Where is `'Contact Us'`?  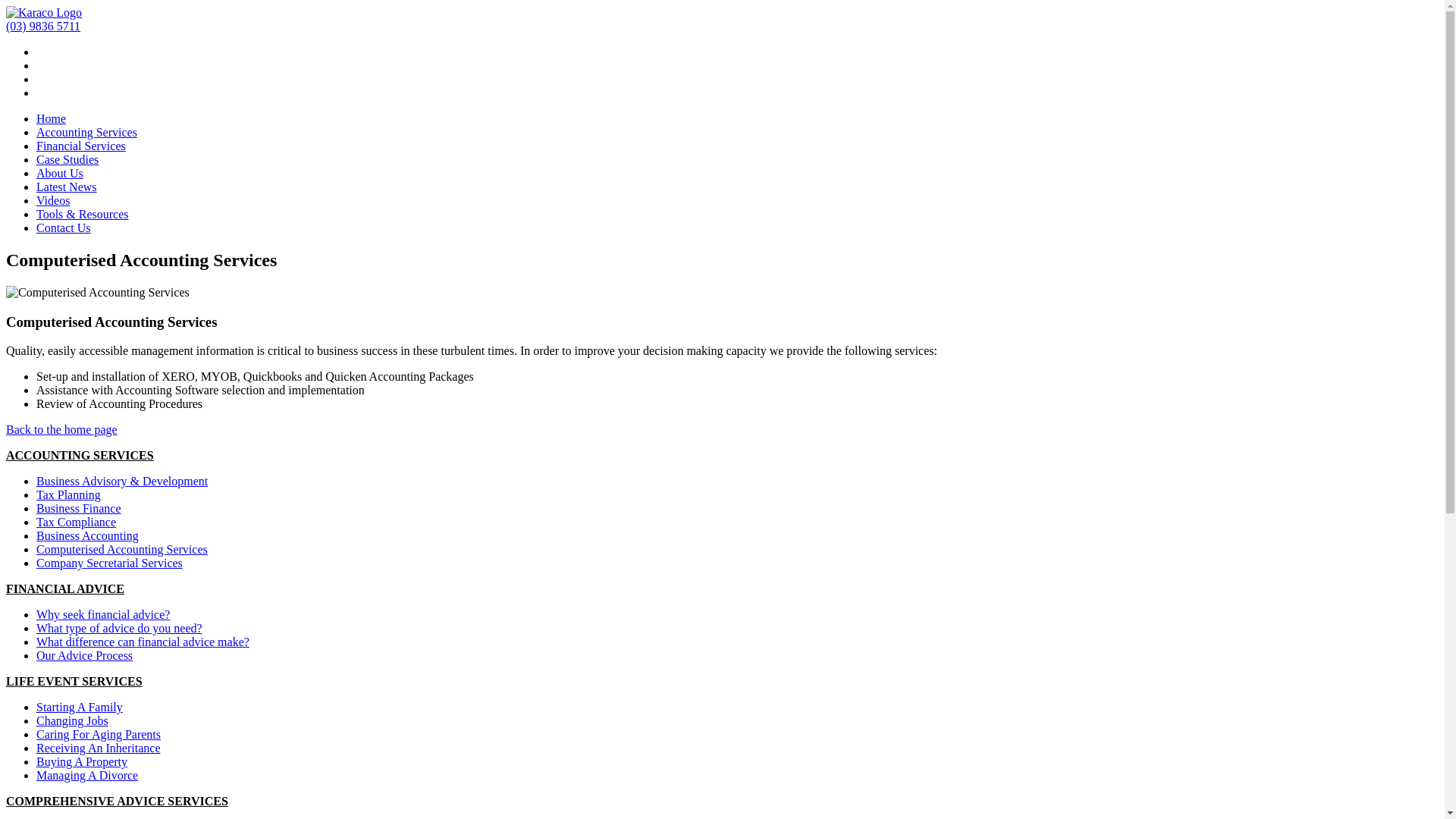
'Contact Us' is located at coordinates (62, 227).